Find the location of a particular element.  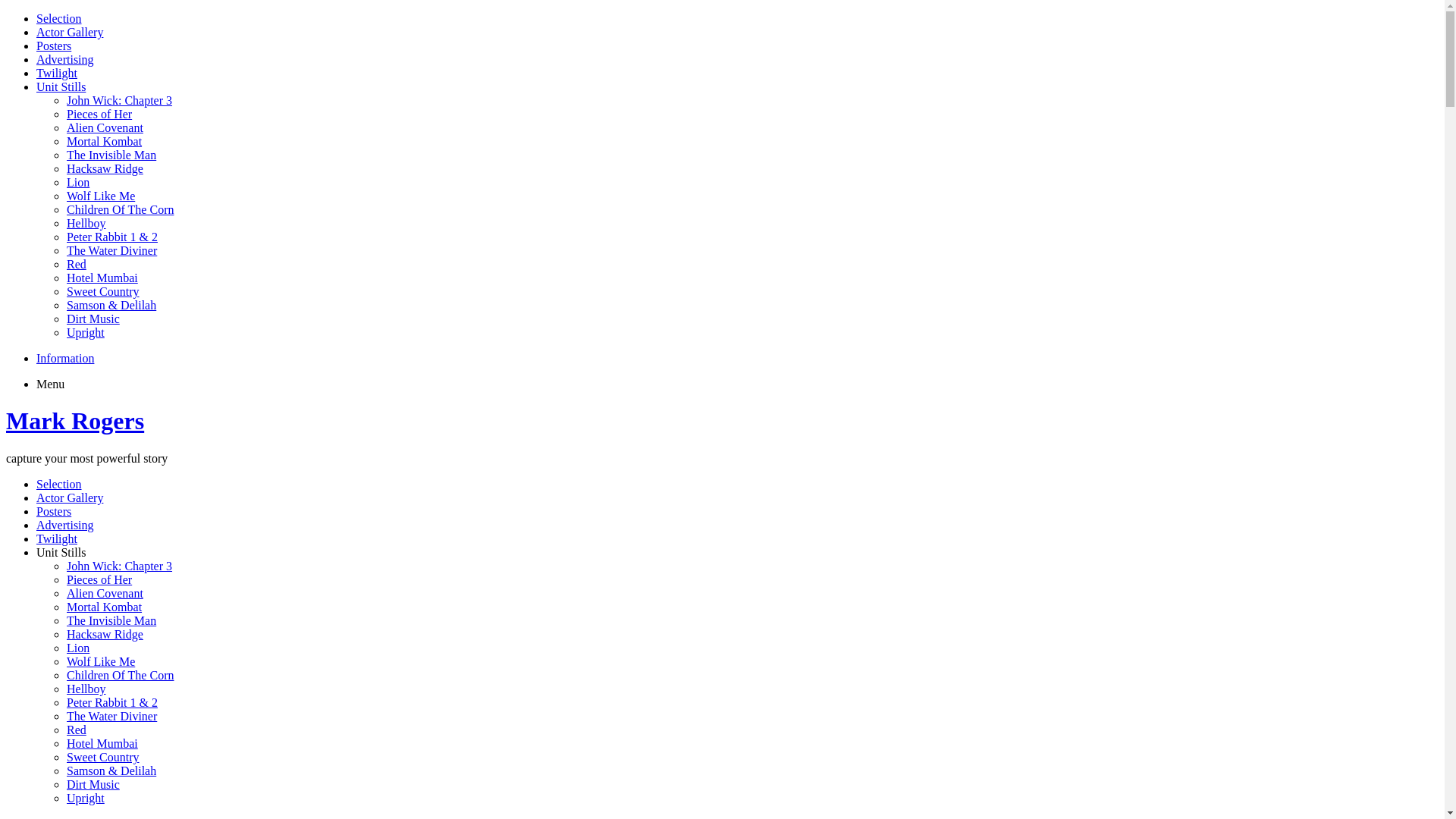

'Menu' is located at coordinates (50, 383).